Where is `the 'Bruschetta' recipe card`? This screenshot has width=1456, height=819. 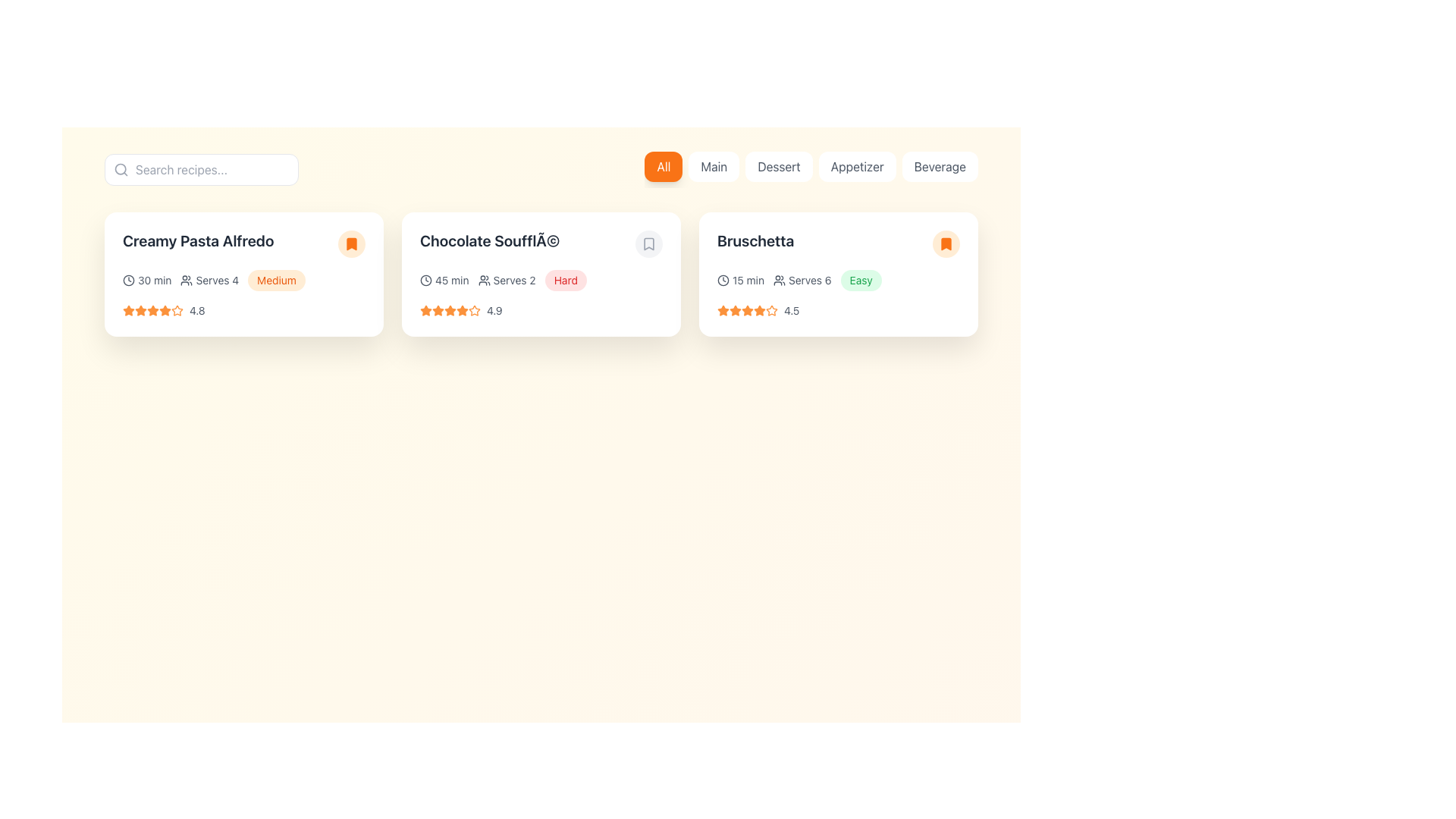
the 'Bruschetta' recipe card is located at coordinates (837, 275).